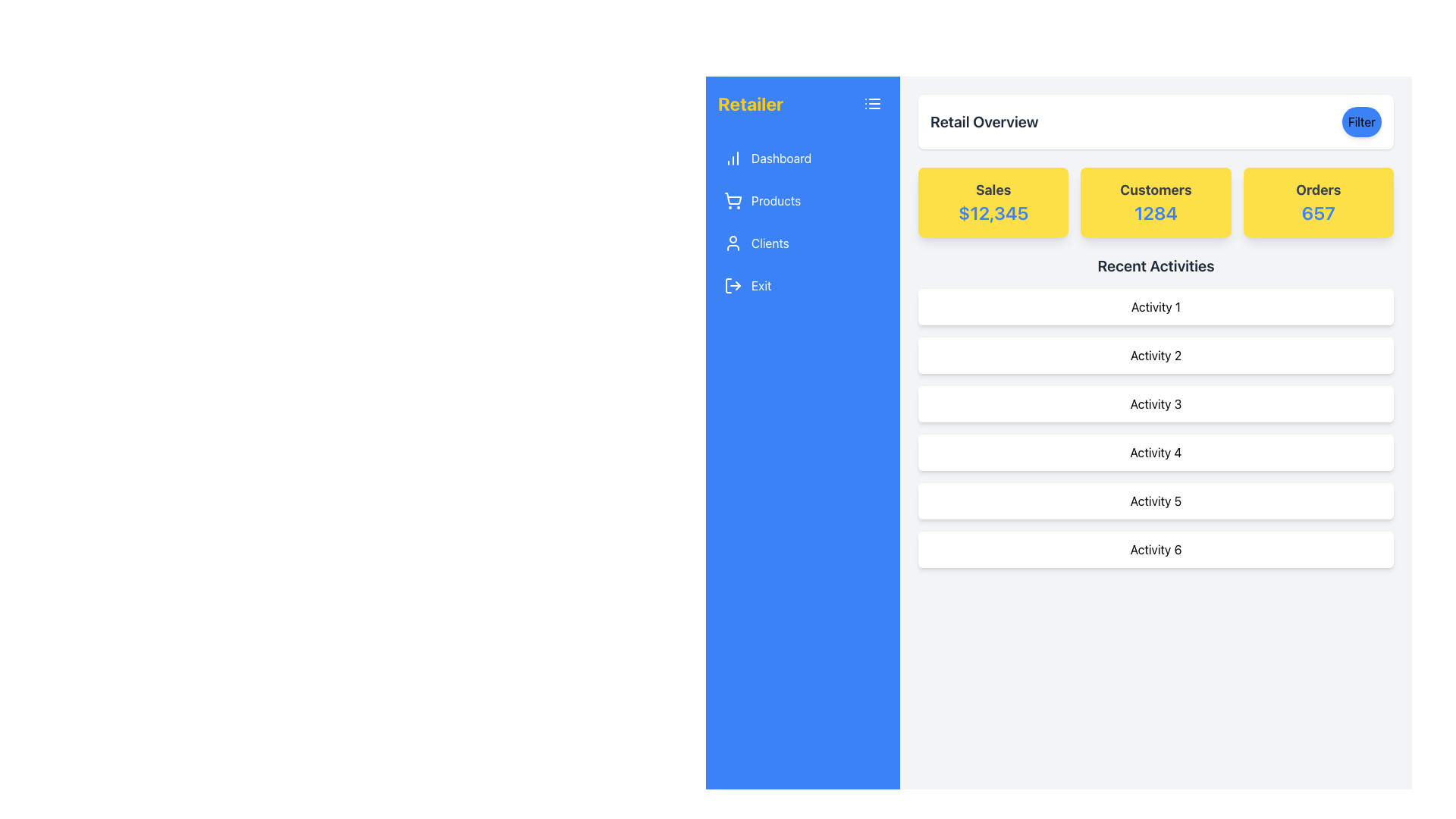 The height and width of the screenshot is (819, 1456). I want to click on the hover effect on the button-like informational card displaying 'Activity 4', which is the fourth element in a vertical sequence of six activities, so click(1155, 452).